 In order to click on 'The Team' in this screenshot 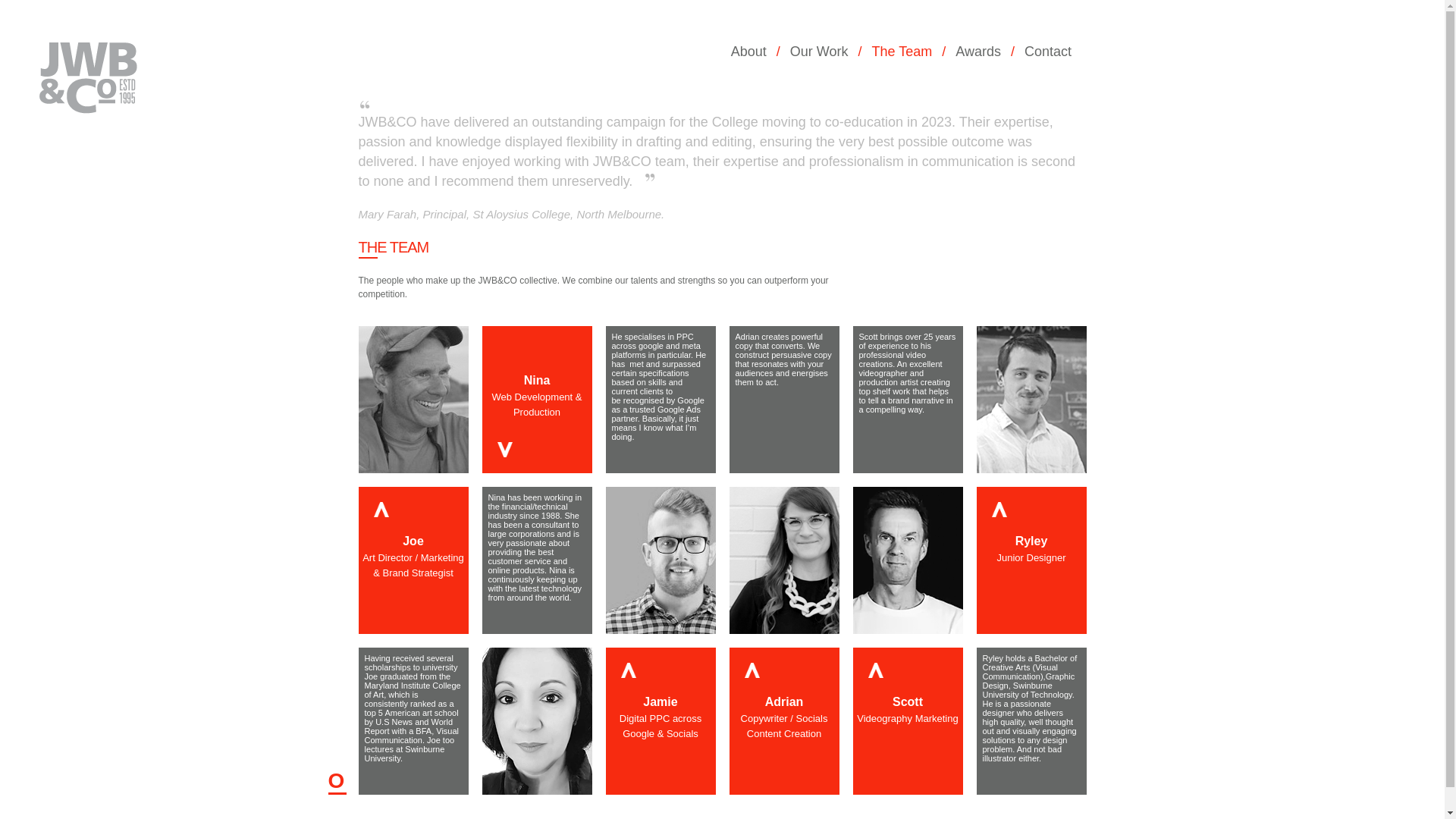, I will do `click(872, 51)`.